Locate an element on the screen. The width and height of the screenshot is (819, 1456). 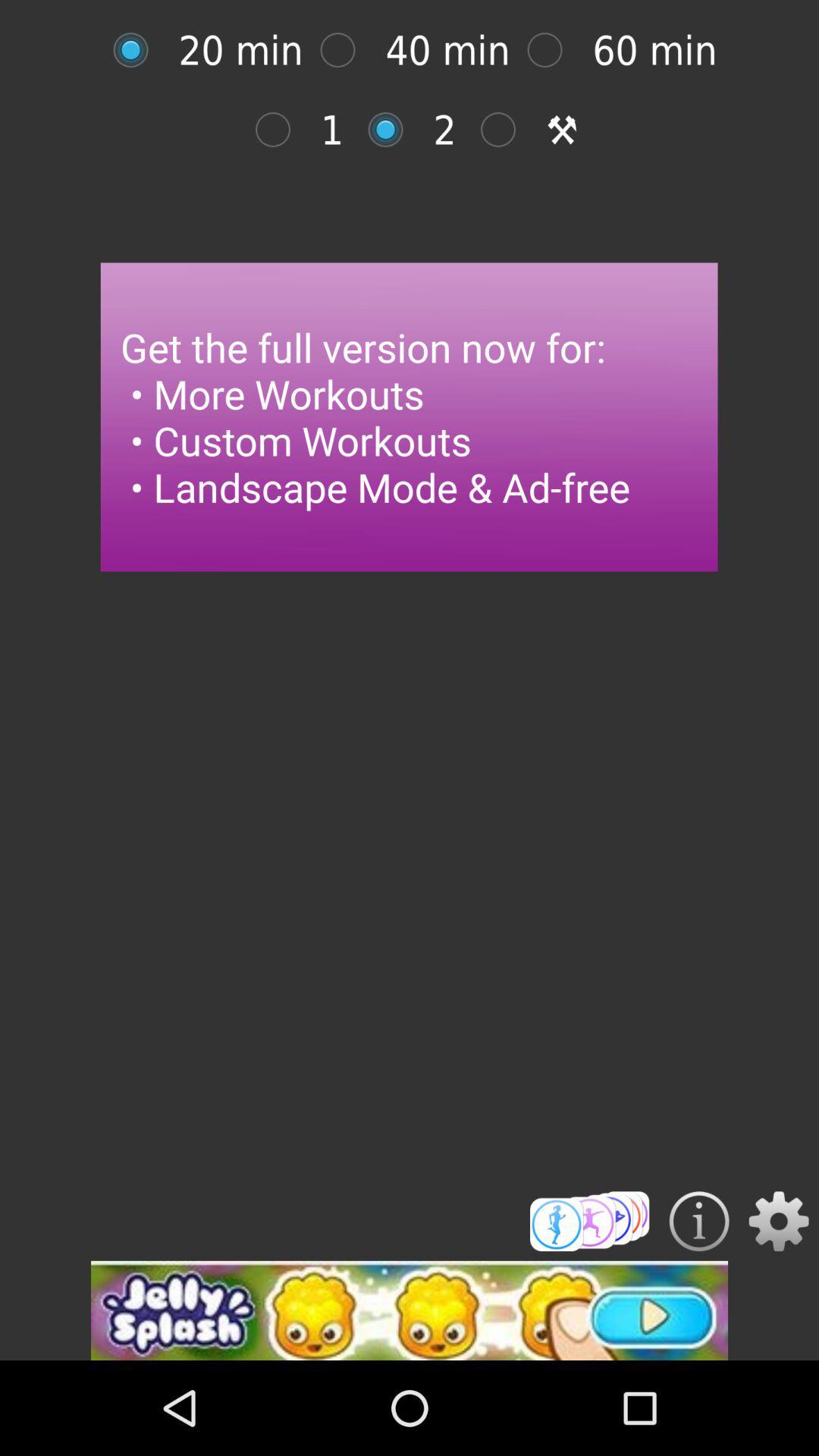
min setting option is located at coordinates (281, 130).